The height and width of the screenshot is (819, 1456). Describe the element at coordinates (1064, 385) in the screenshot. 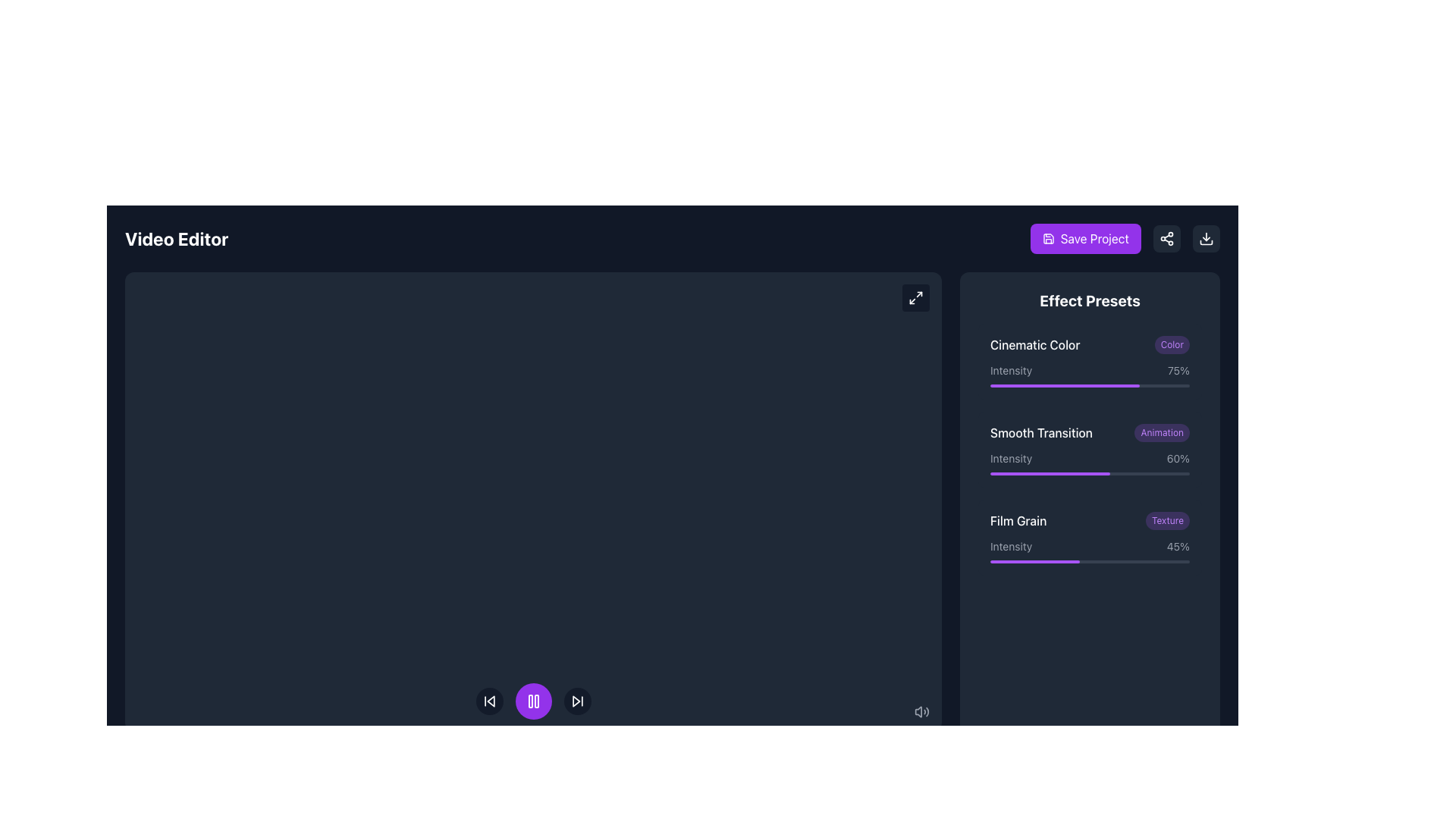

I see `the Progress bar indicator representing a 60% intensity level for the 'Smooth Transition' effect in the 'Effect Presets' section` at that location.